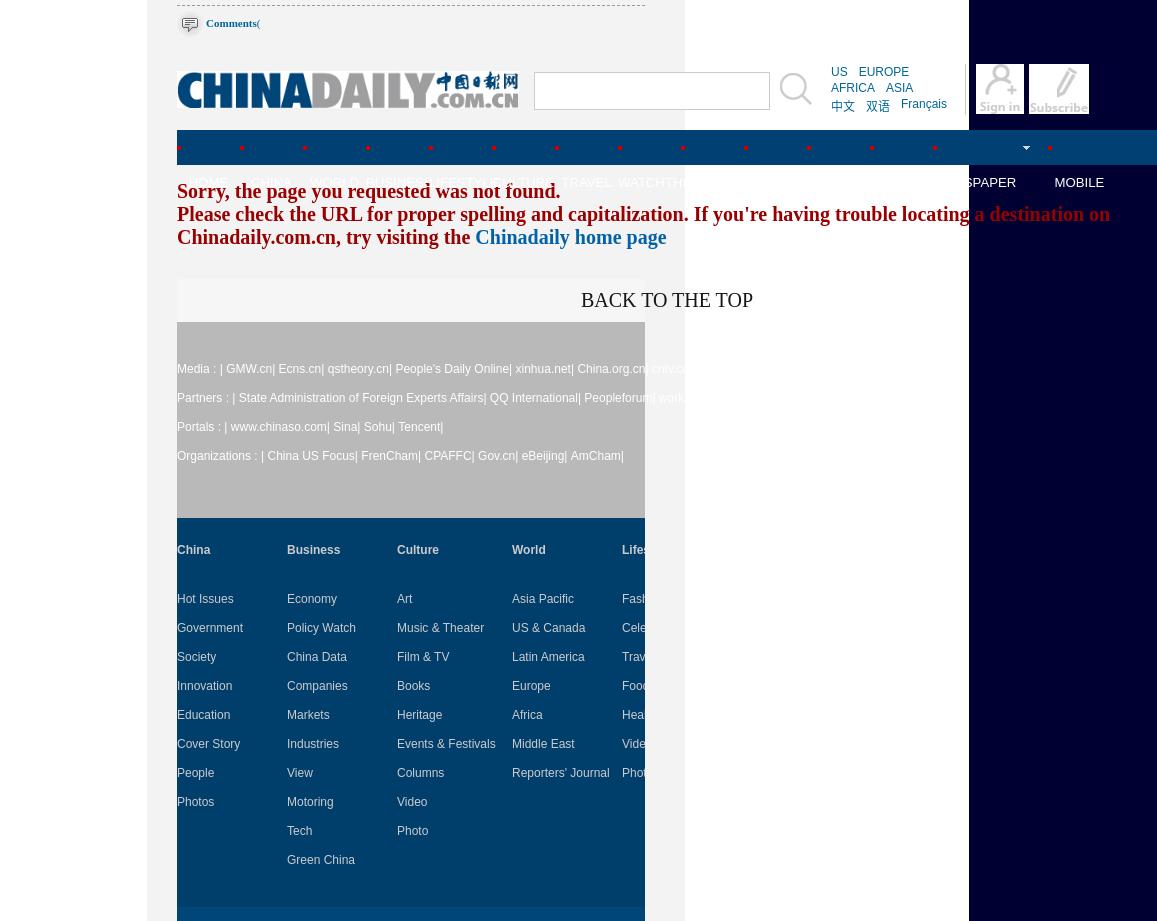 This screenshot has height=921, width=1157. What do you see at coordinates (477, 455) in the screenshot?
I see `'Gov.cn|'` at bounding box center [477, 455].